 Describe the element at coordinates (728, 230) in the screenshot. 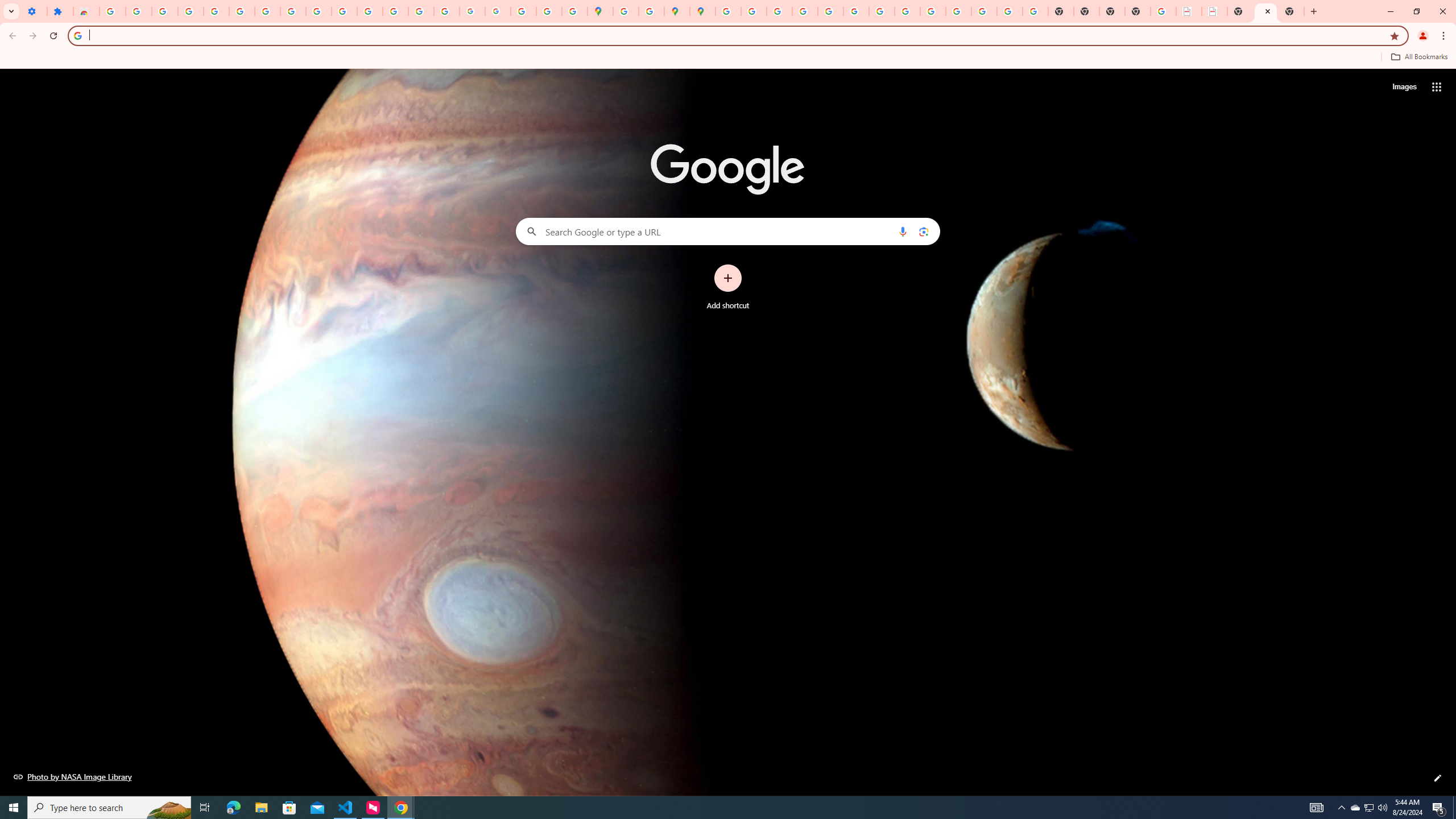

I see `'Search Google or type a URL'` at that location.